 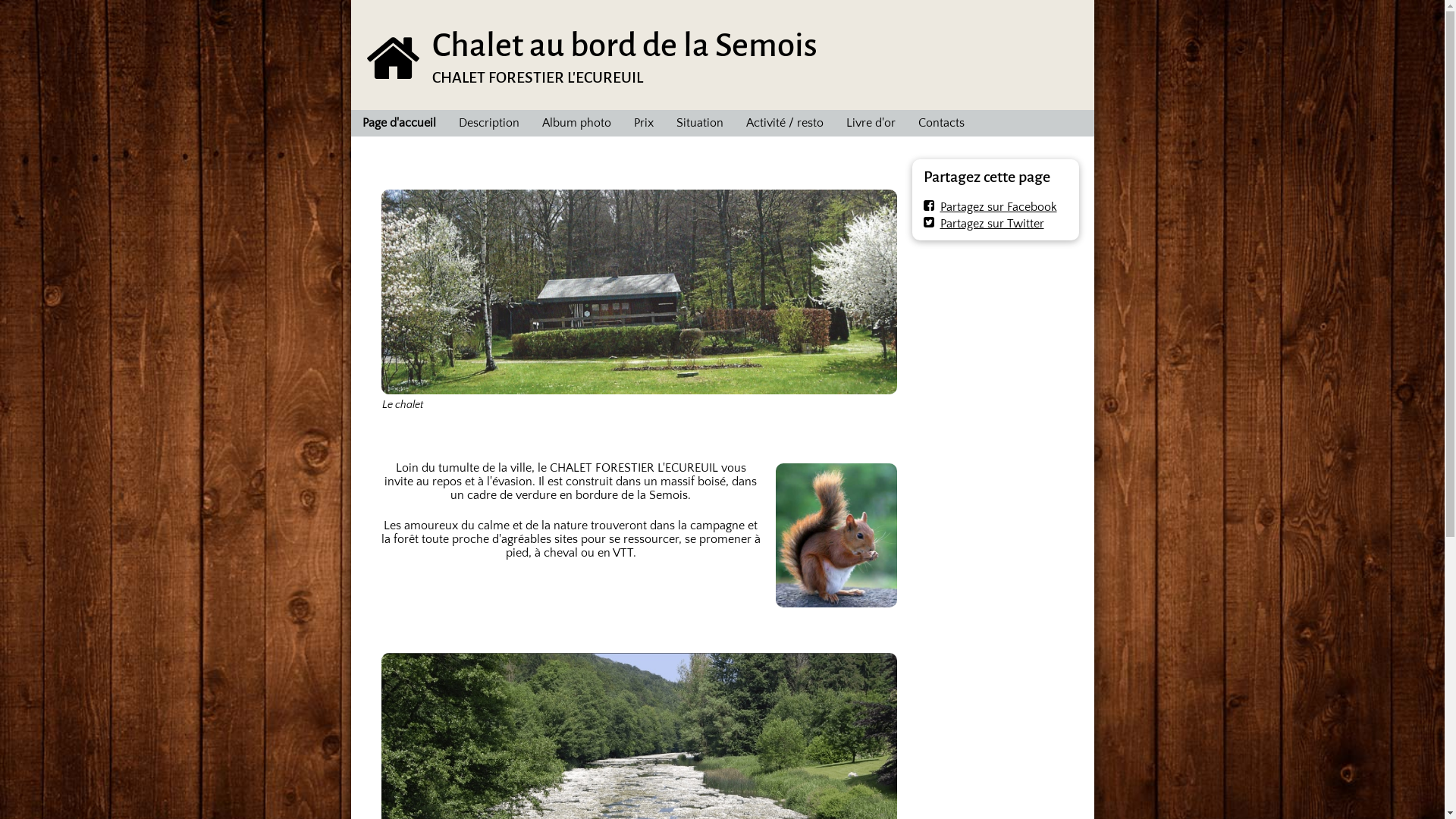 I want to click on 'Partagez sur Twitter', so click(x=984, y=223).